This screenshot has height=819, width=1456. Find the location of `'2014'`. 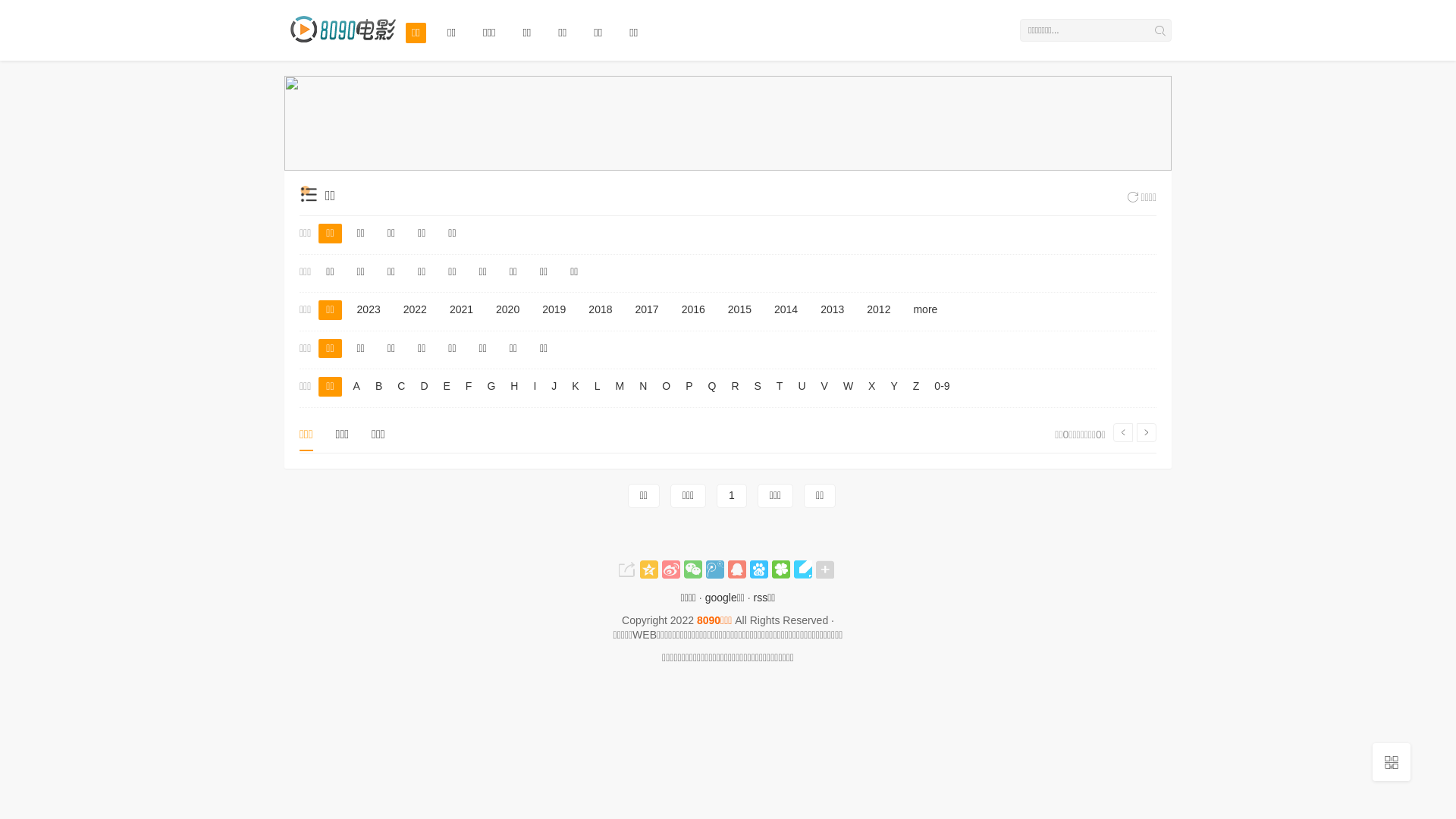

'2014' is located at coordinates (786, 309).